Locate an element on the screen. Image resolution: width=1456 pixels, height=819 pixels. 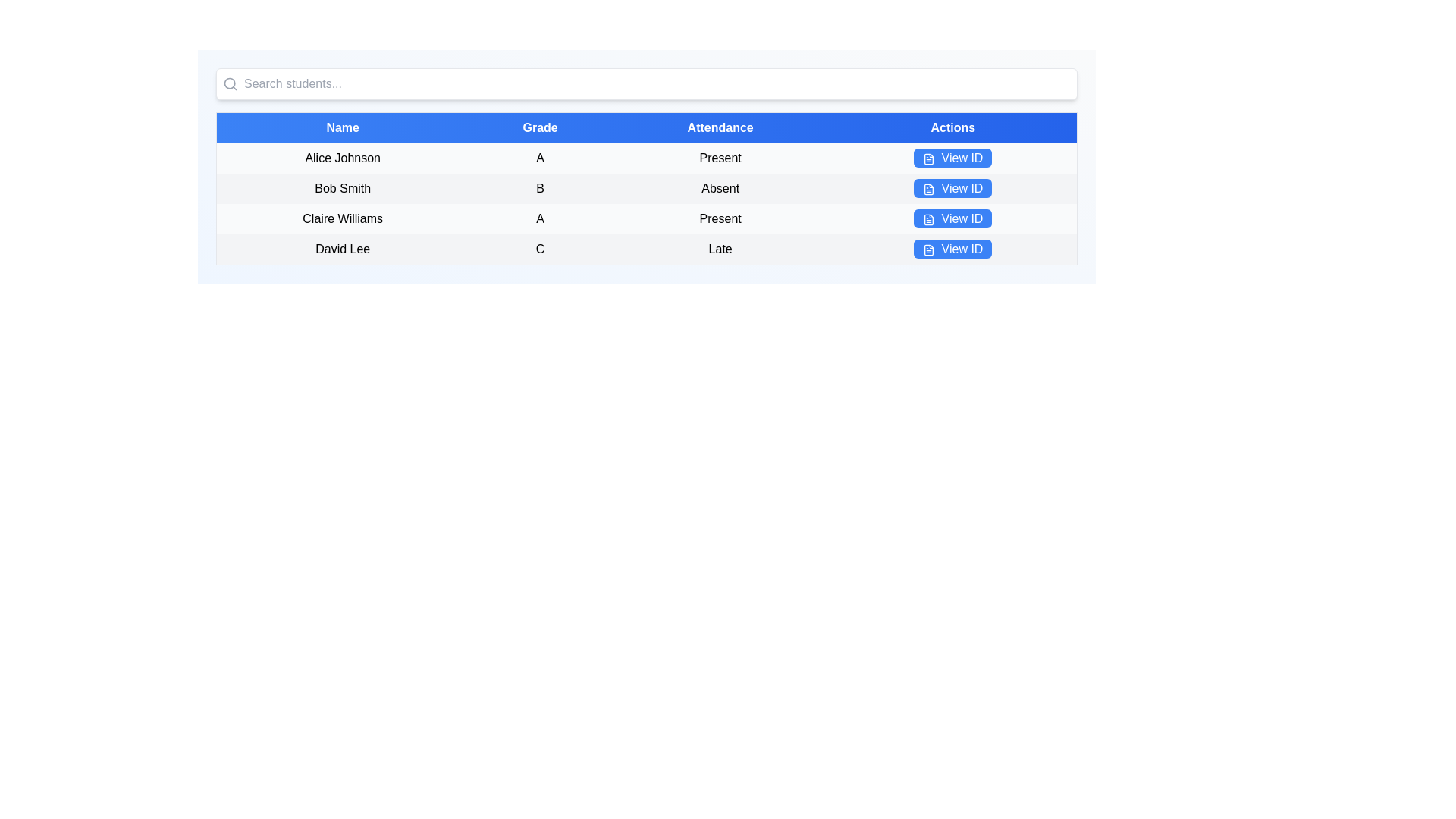
the Static Text Label indicating attendance status for Alice Johnson, which is located in the 'Attendance' column of the table and positioned third among four elements in the same row is located at coordinates (720, 158).